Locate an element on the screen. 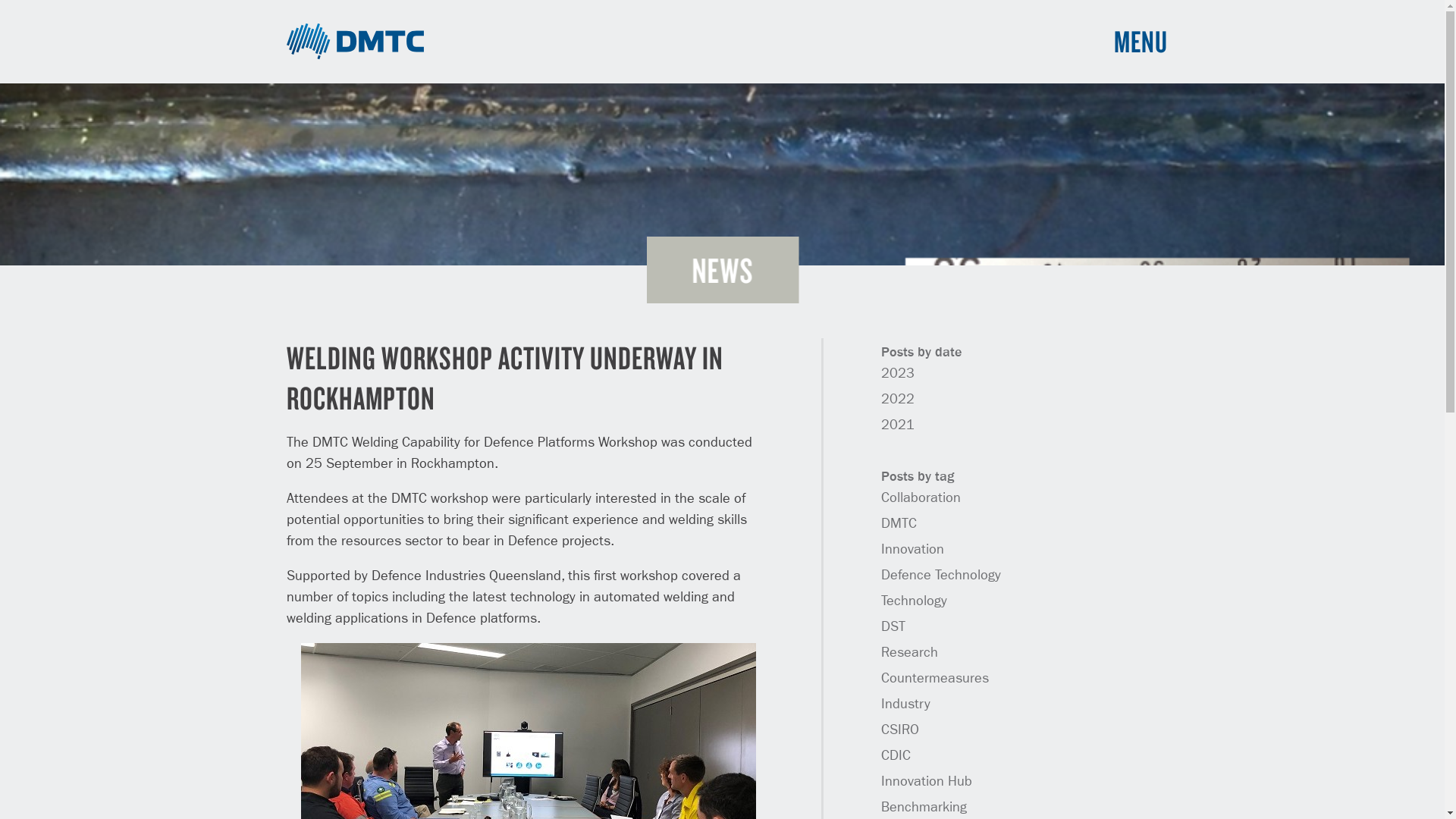 This screenshot has width=1456, height=819. 'Technology' is located at coordinates (913, 601).